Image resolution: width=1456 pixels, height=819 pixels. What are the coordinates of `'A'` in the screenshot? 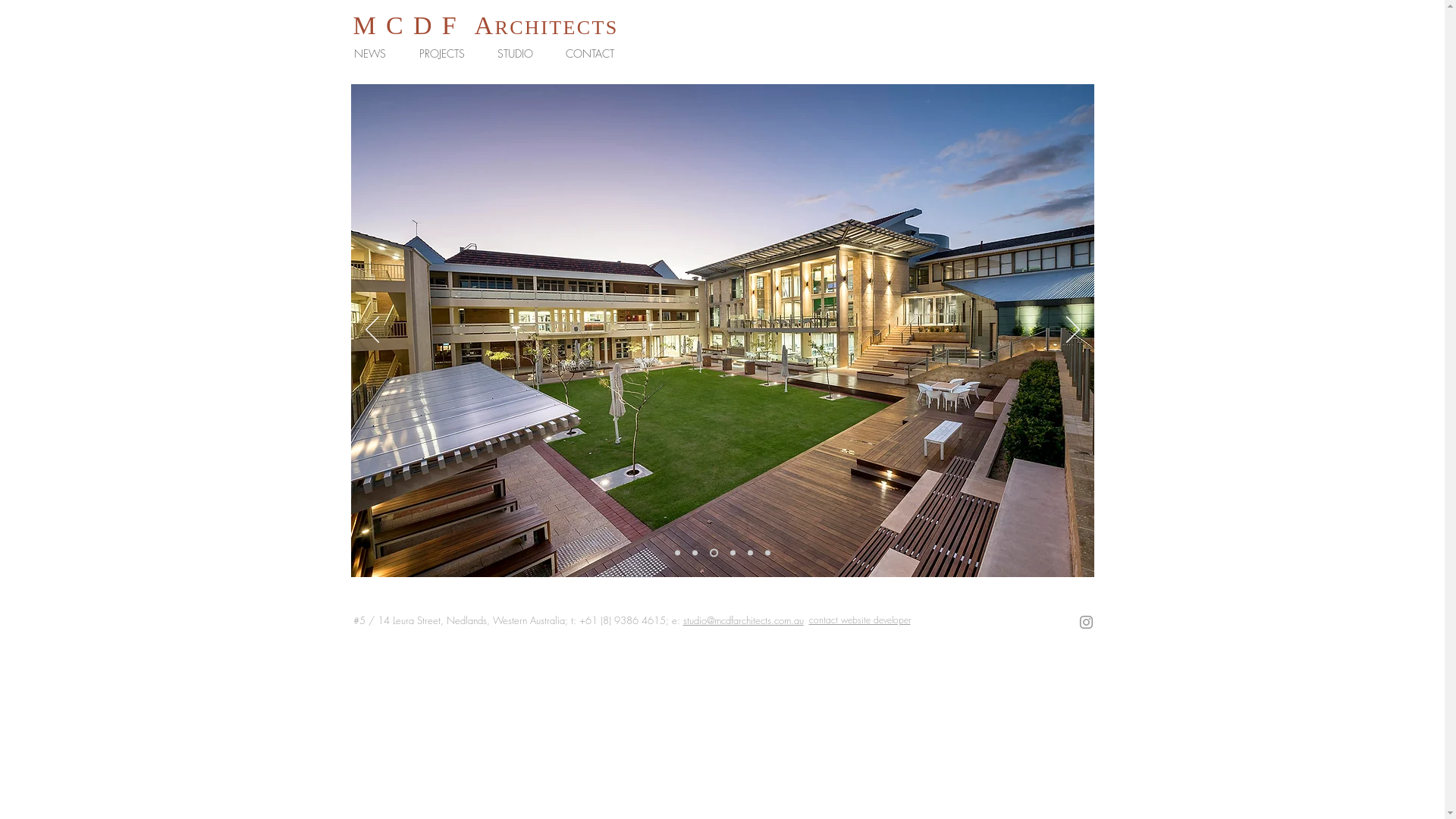 It's located at (484, 25).